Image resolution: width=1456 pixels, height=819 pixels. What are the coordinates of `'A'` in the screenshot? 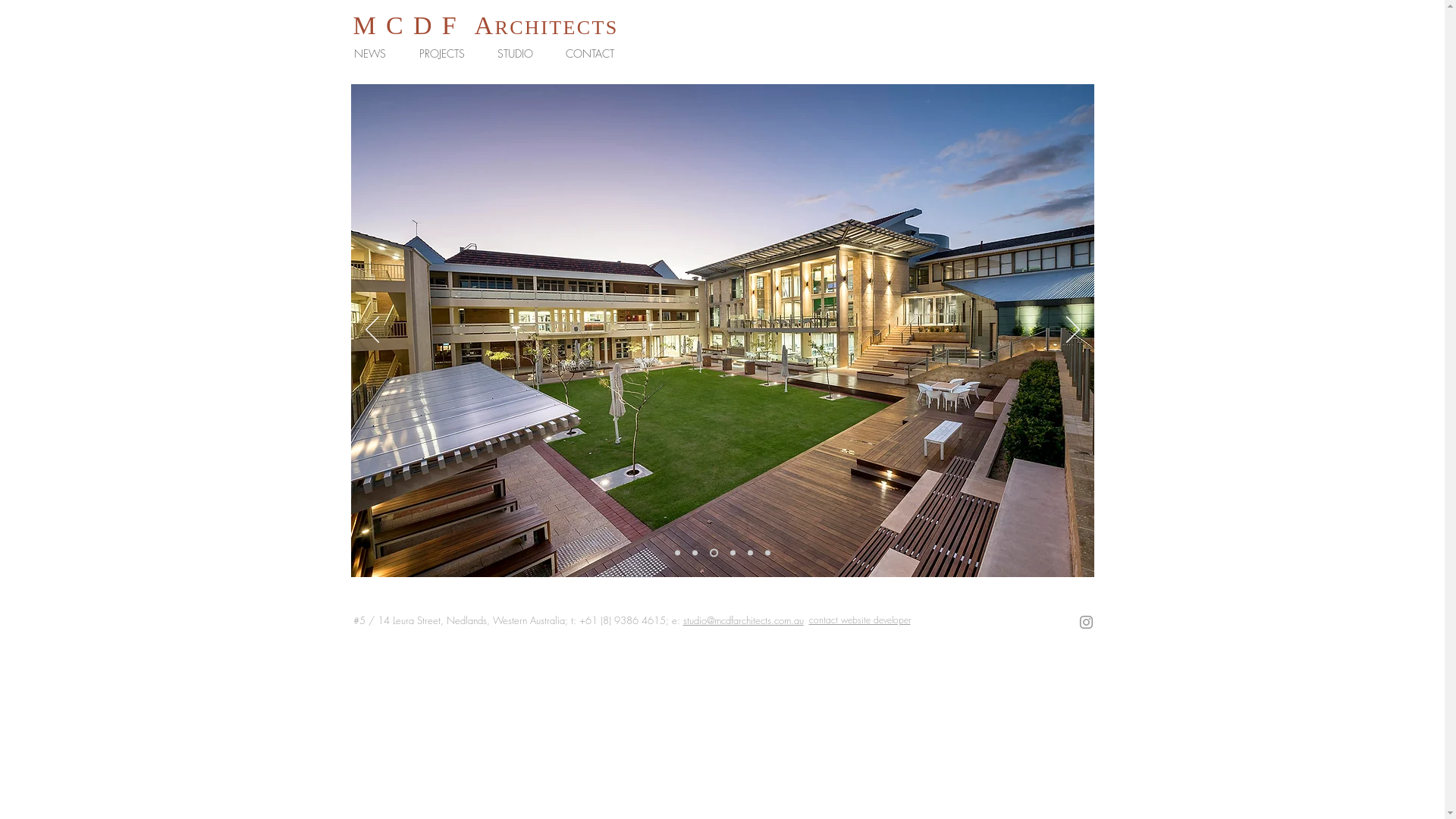 It's located at (484, 25).